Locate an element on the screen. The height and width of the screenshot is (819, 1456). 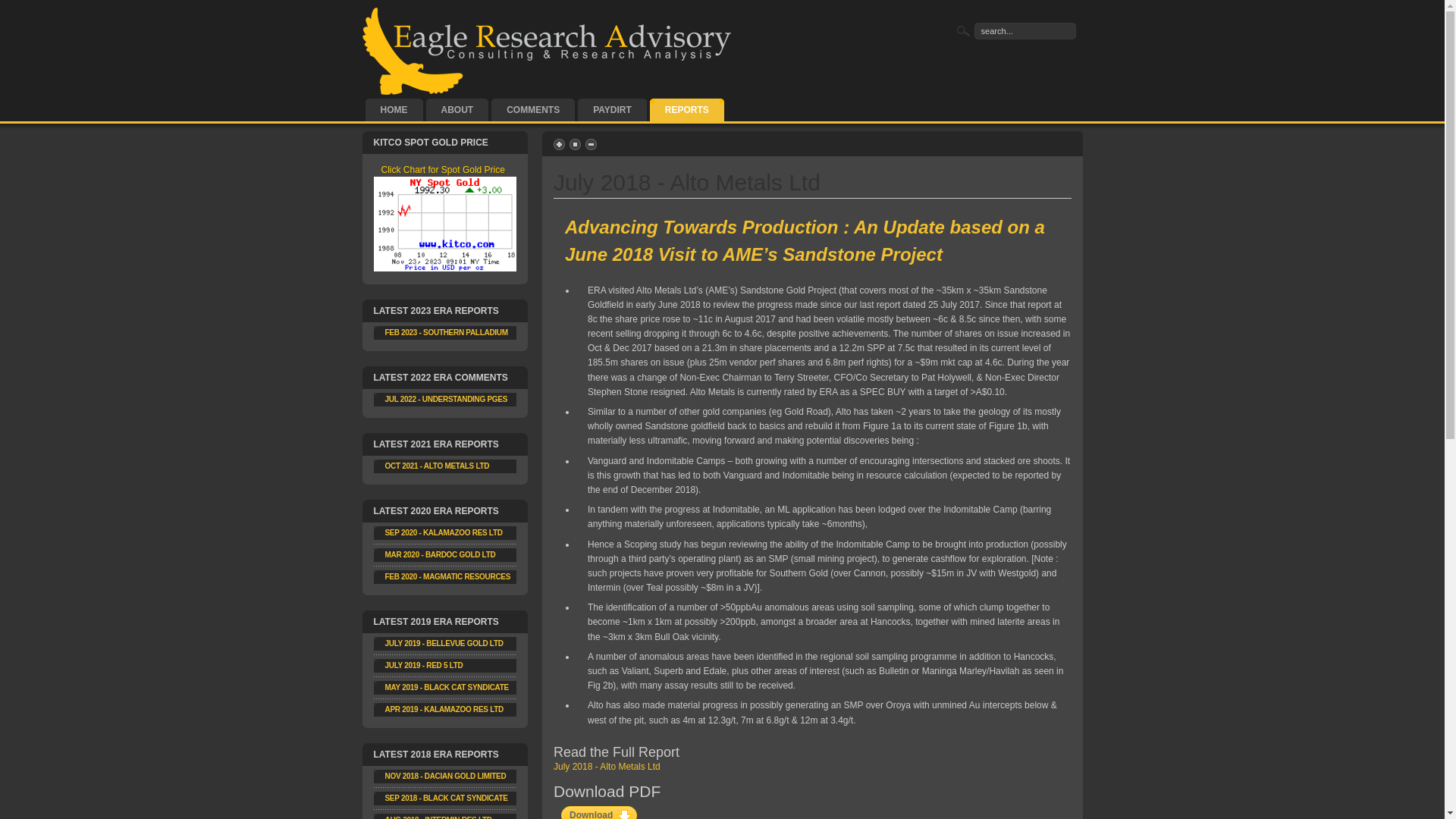
'ABOUT' is located at coordinates (457, 109).